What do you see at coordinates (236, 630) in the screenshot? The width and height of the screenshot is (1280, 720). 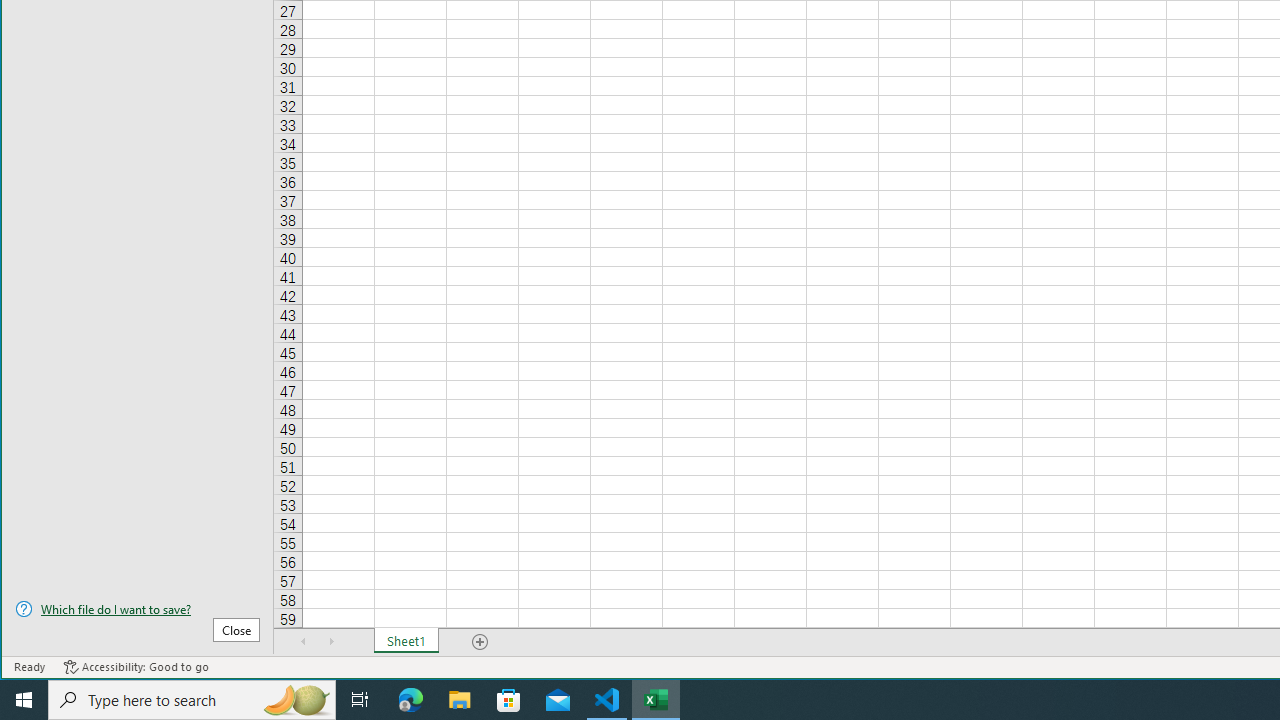 I see `'Close'` at bounding box center [236, 630].